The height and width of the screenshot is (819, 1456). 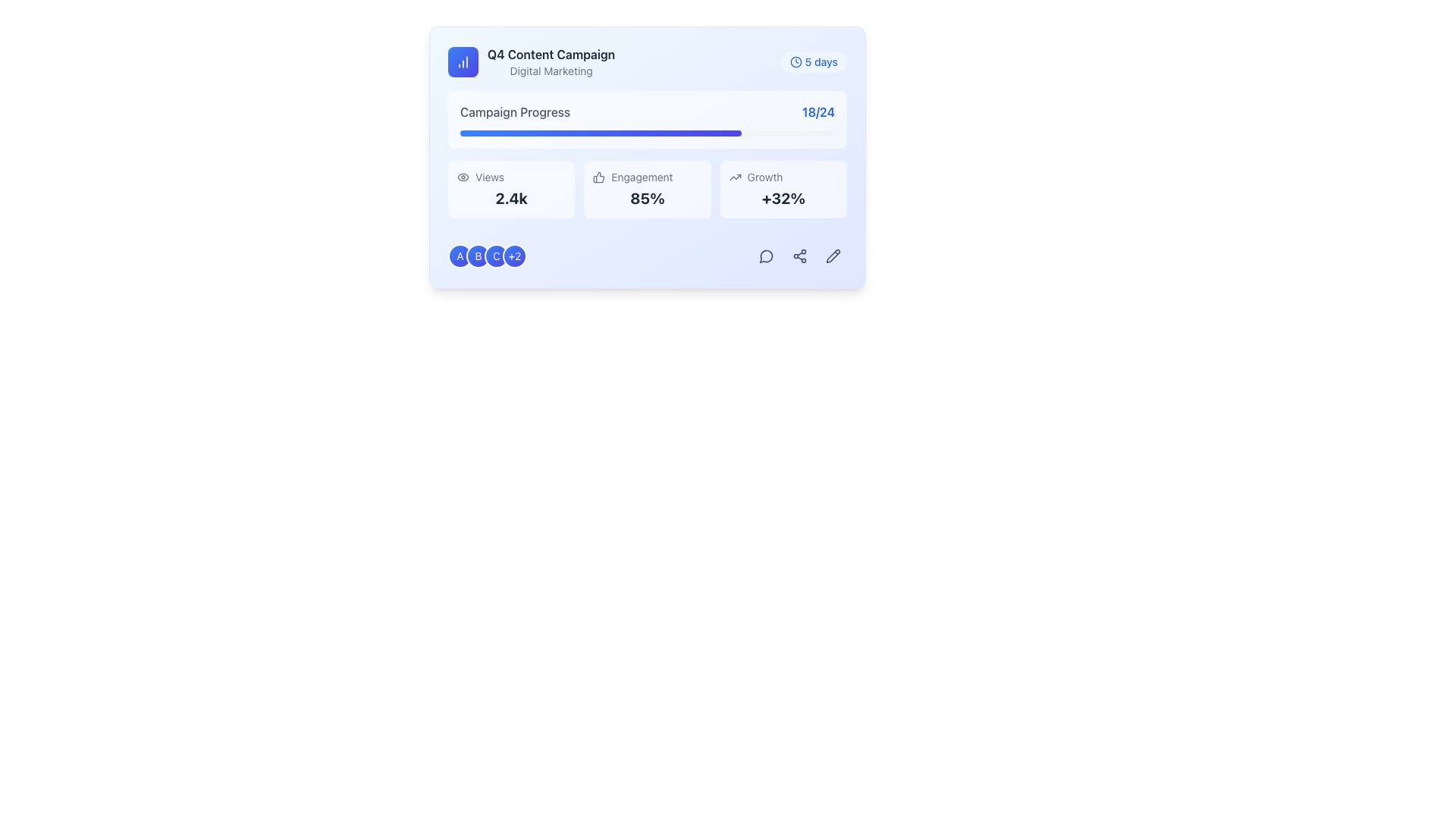 What do you see at coordinates (735, 177) in the screenshot?
I see `the small upward arrow icon located beside the text '+32%' in the bottom-right section of the card, which signifies an upward trend and is part of the 'Growth' label` at bounding box center [735, 177].